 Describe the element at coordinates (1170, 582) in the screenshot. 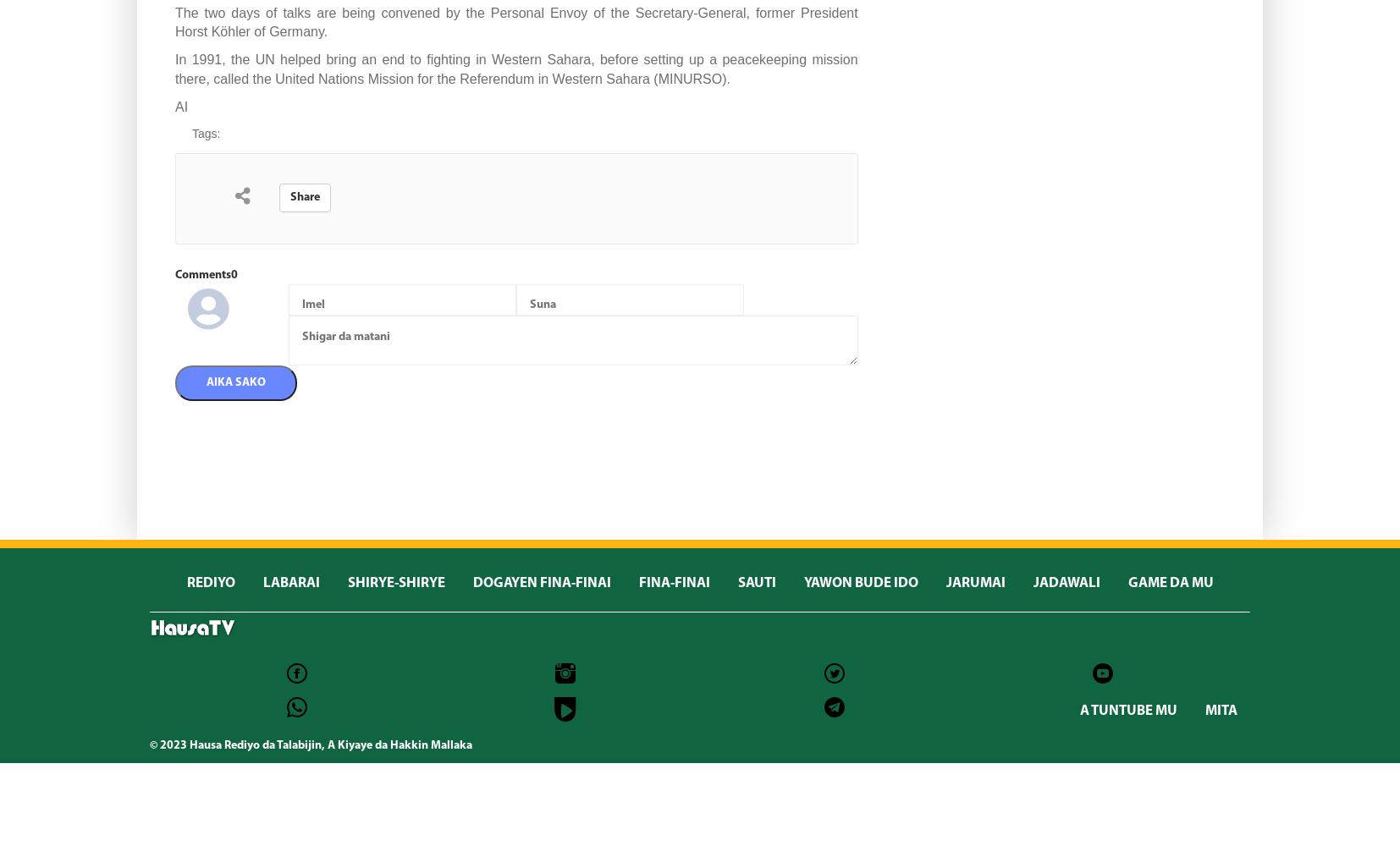

I see `'GAME DA MU'` at that location.